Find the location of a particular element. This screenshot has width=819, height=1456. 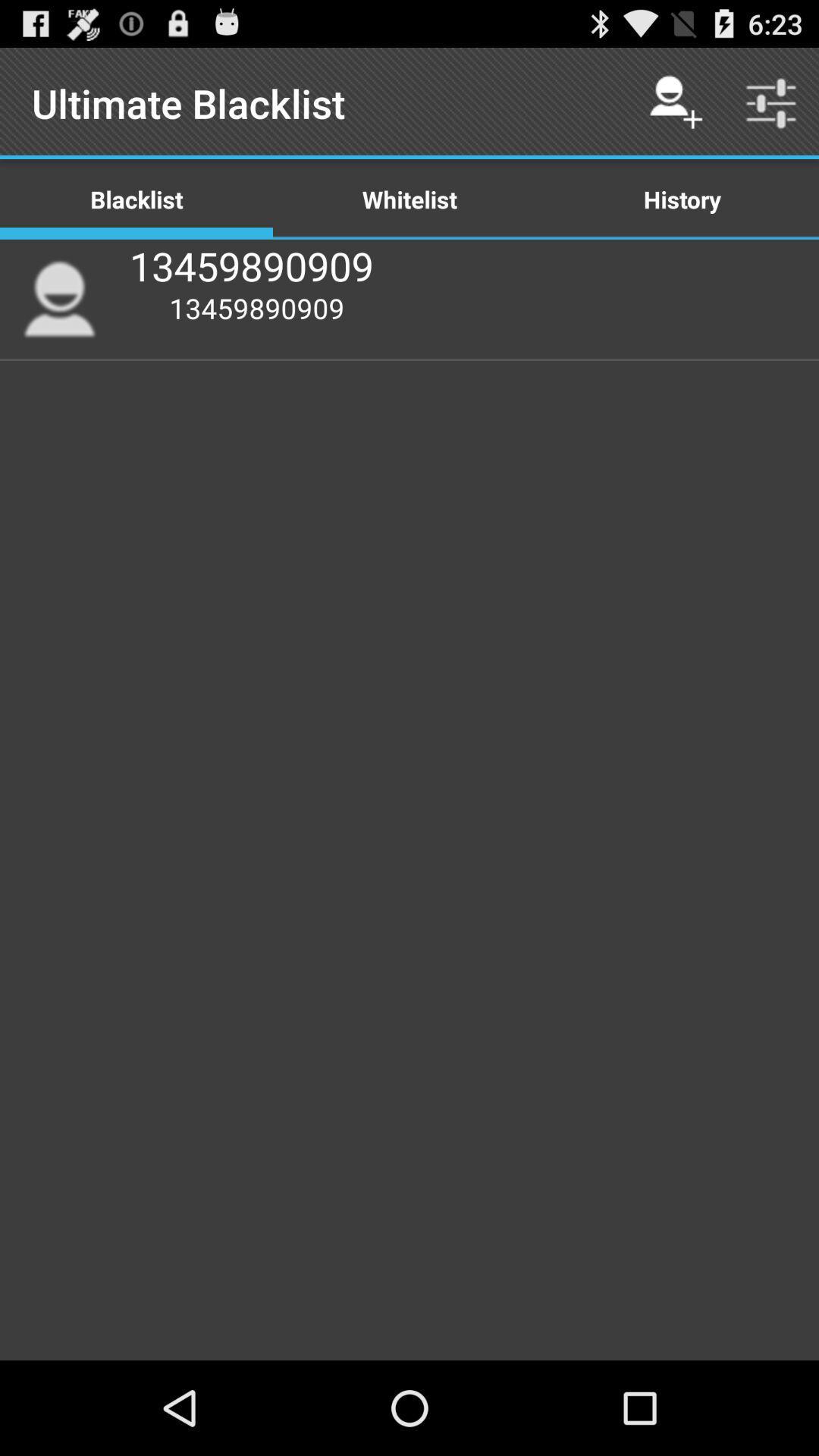

the icon above the history icon is located at coordinates (771, 102).